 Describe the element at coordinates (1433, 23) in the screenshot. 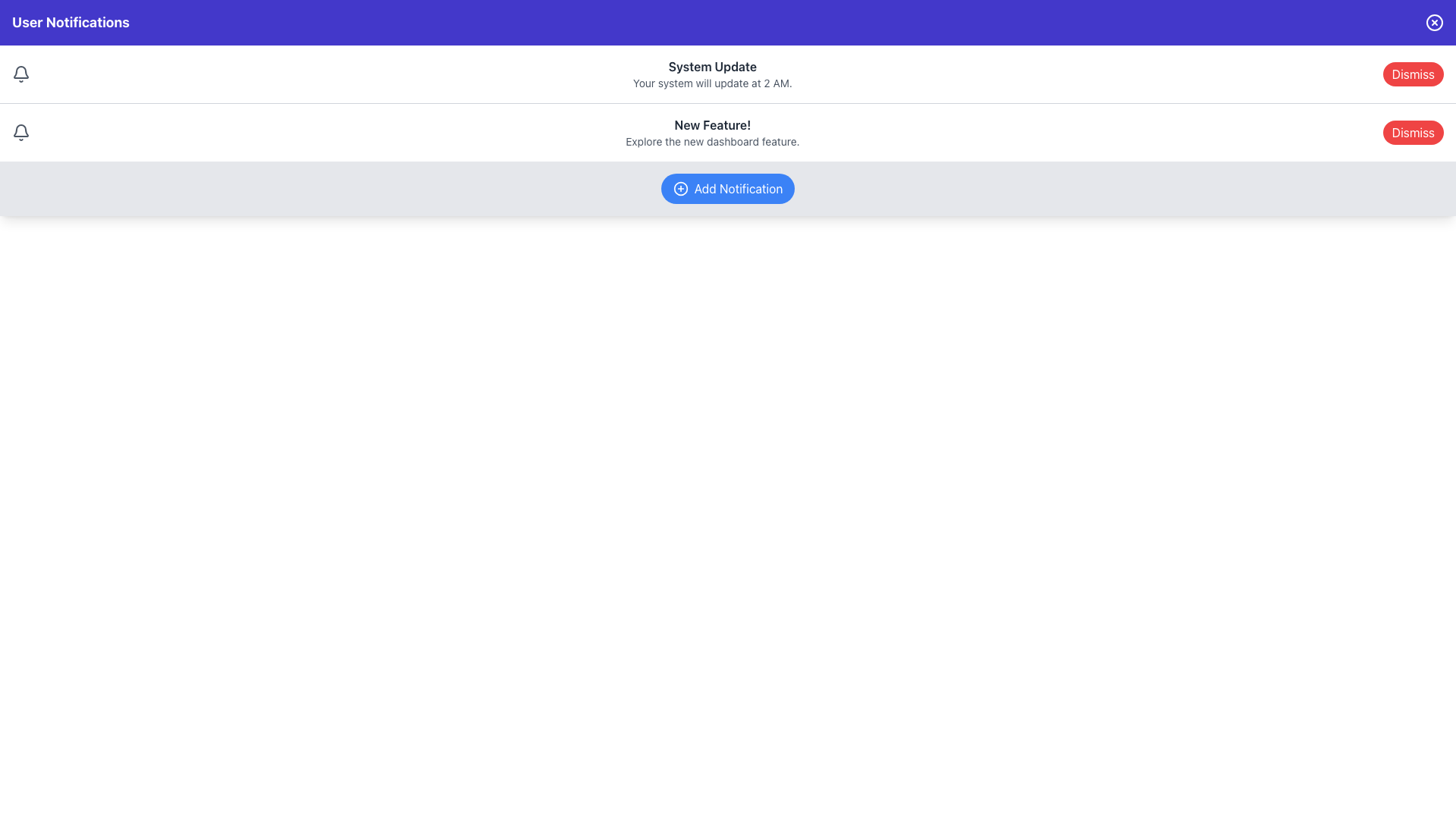

I see `the circular icon button with an 'X' shape in the top-right corner of the header bar` at that location.